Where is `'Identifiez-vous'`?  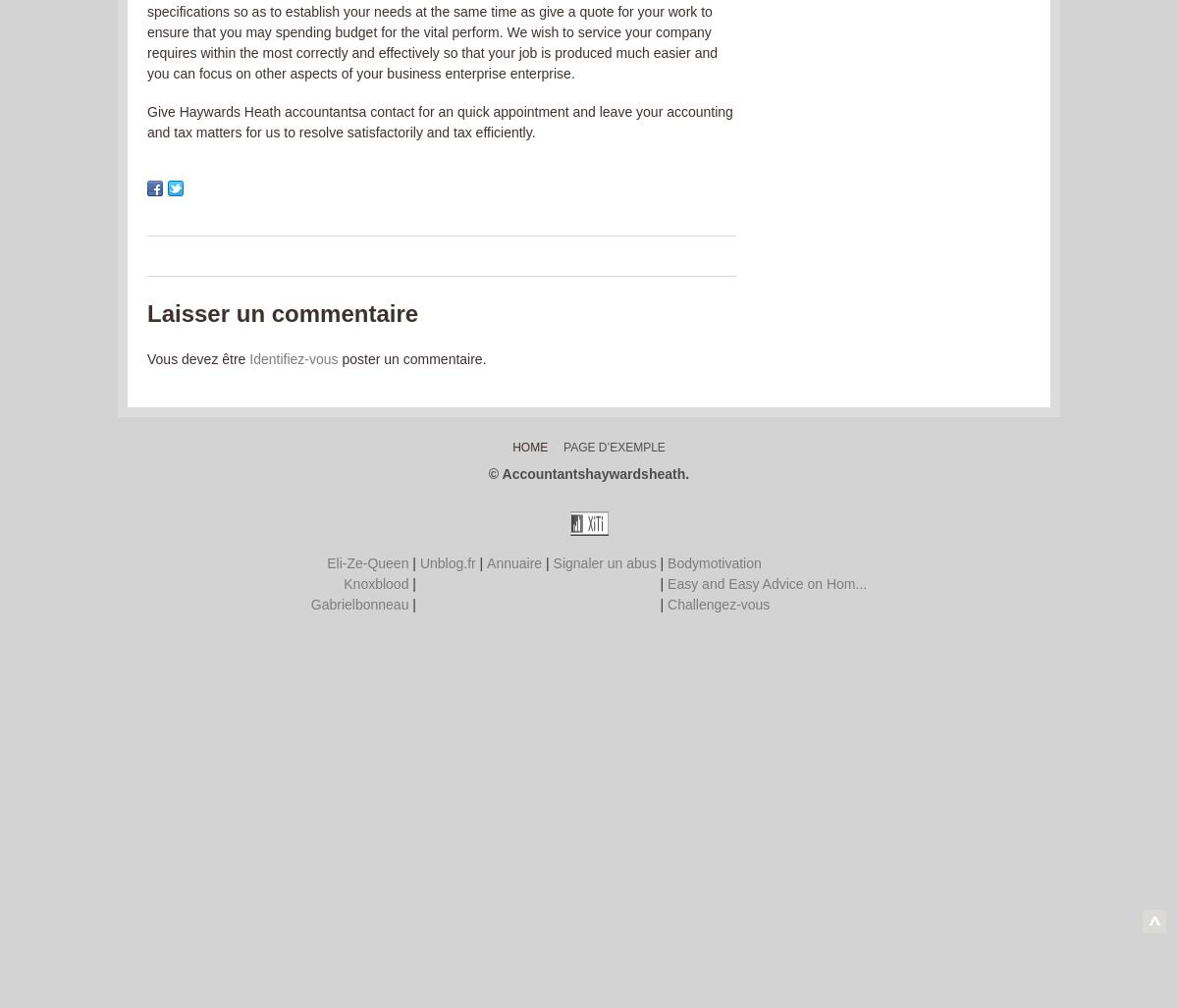 'Identifiez-vous' is located at coordinates (293, 359).